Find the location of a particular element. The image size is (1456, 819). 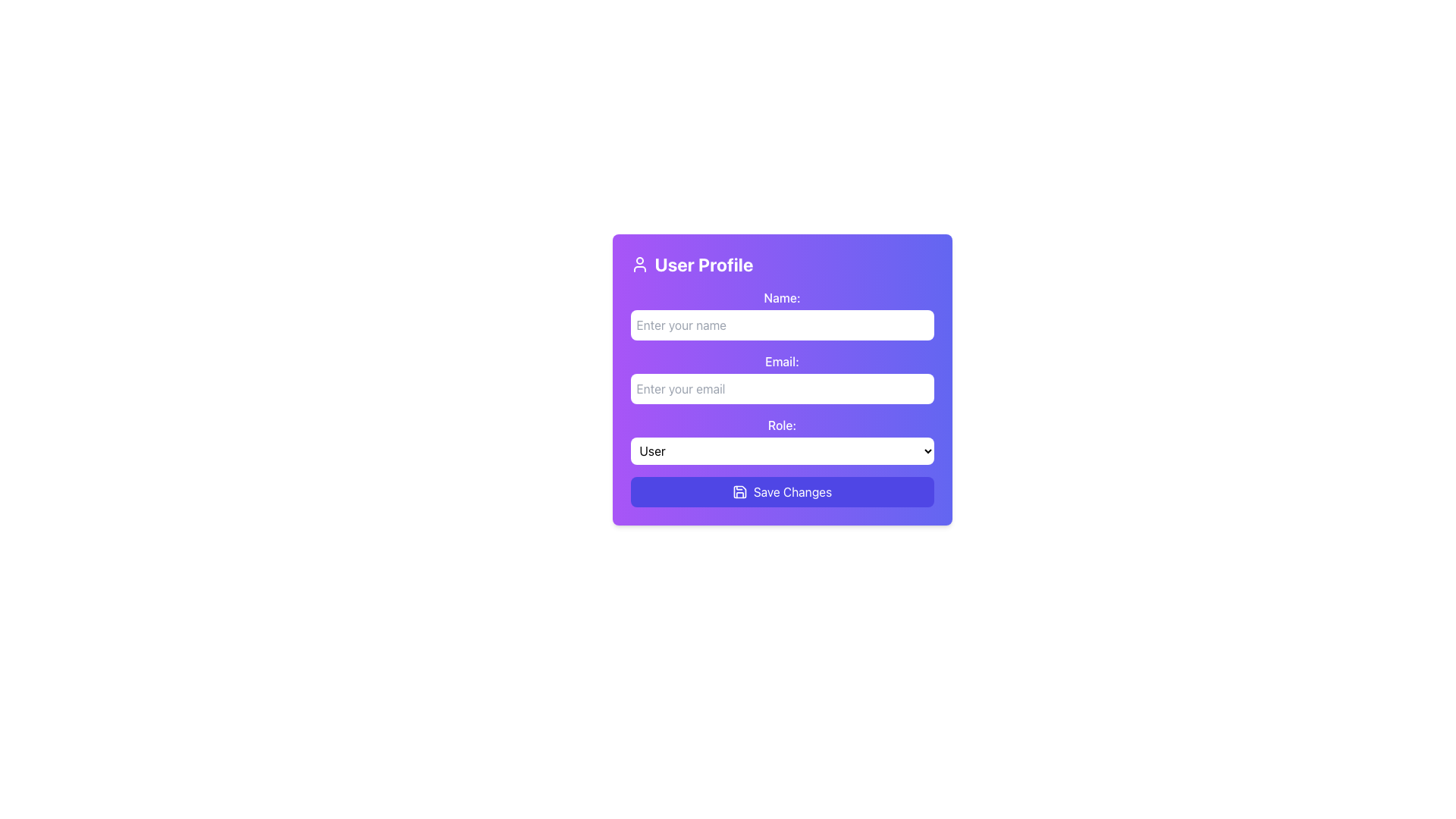

the submit button at the bottom of the form is located at coordinates (782, 491).